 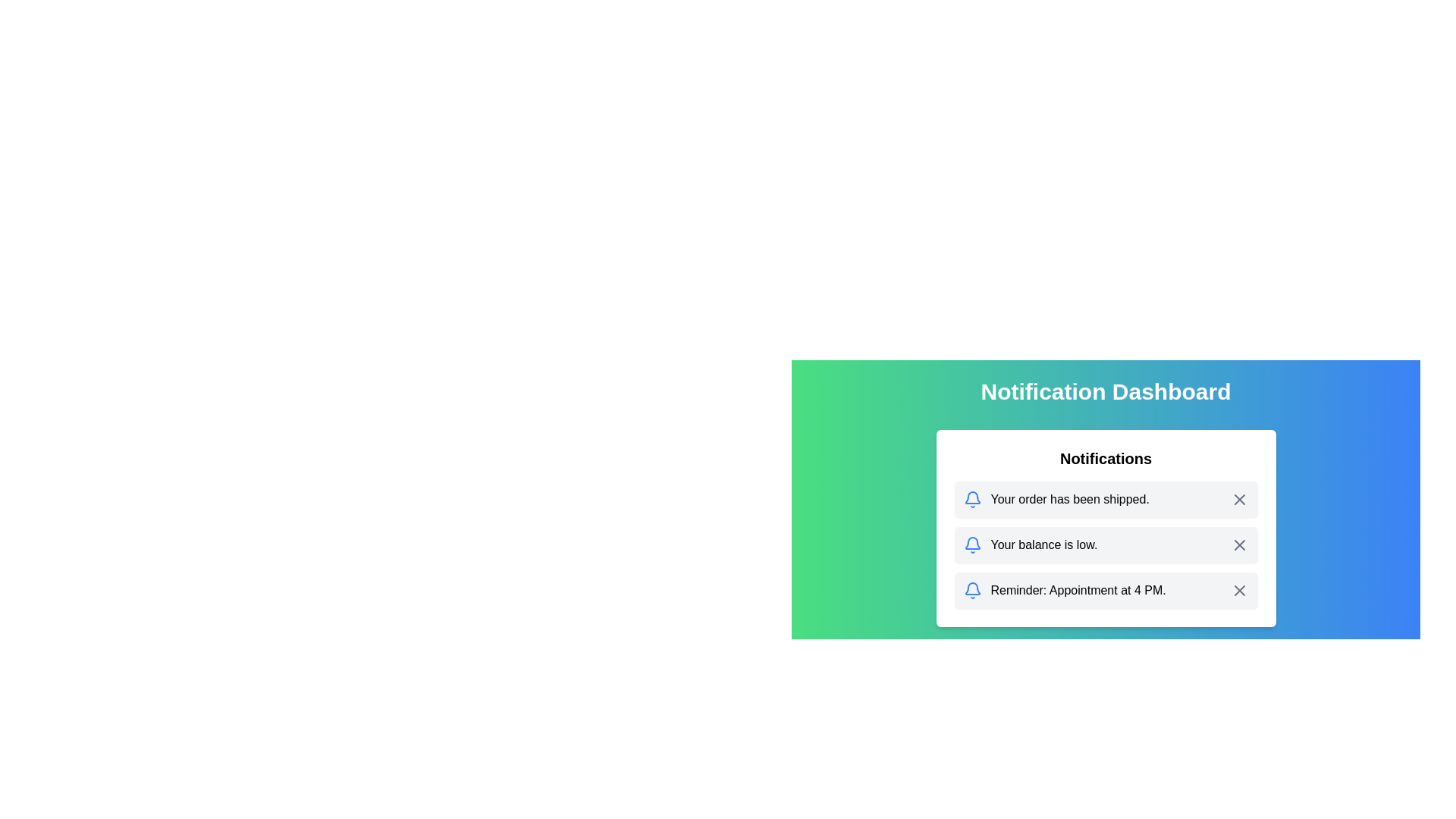 I want to click on the text label displaying 'Your order has been shipped.' which is part of a notification message aligned to the right of a blue bell icon, so click(x=1069, y=500).